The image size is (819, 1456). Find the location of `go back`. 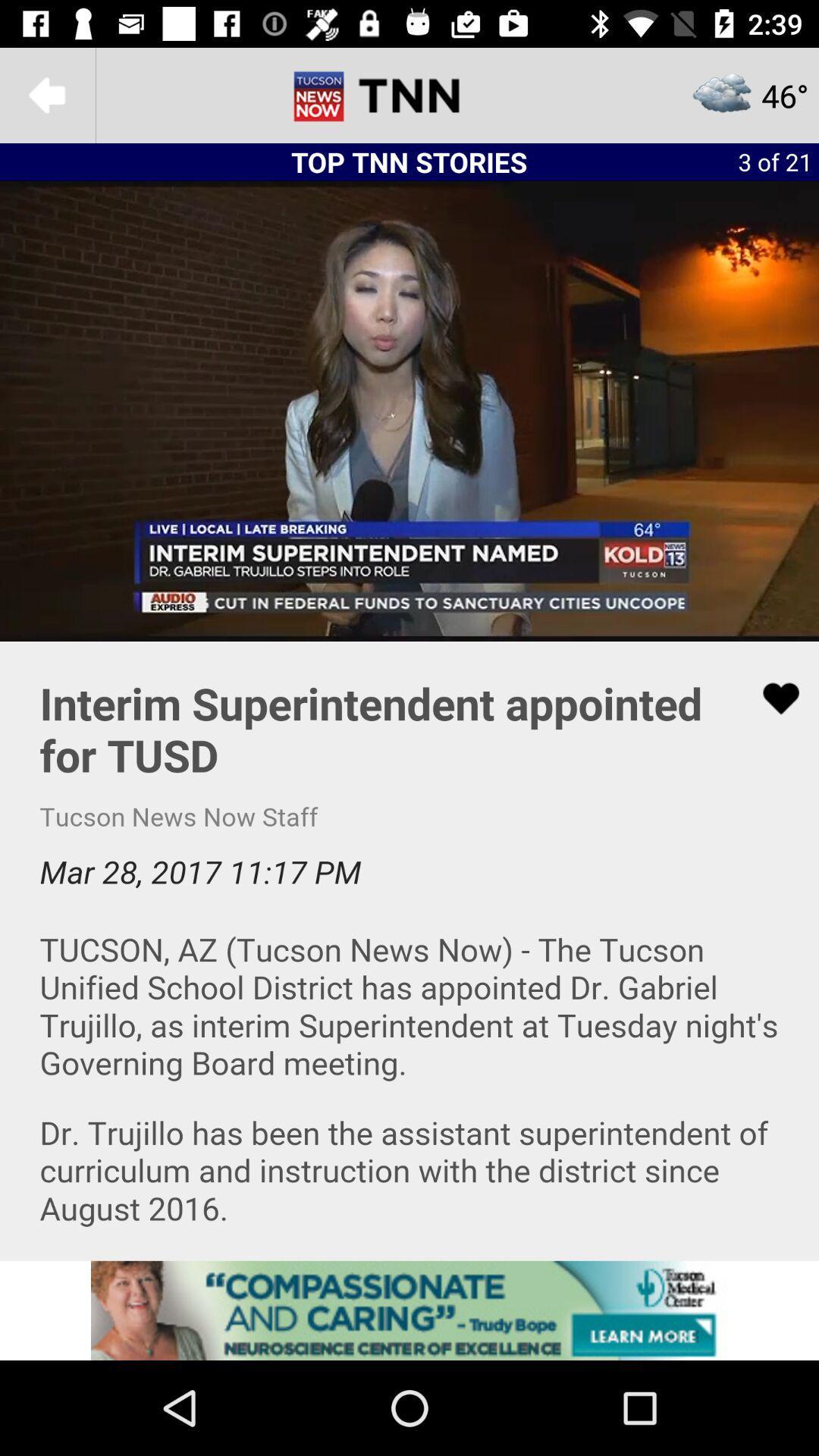

go back is located at coordinates (46, 94).